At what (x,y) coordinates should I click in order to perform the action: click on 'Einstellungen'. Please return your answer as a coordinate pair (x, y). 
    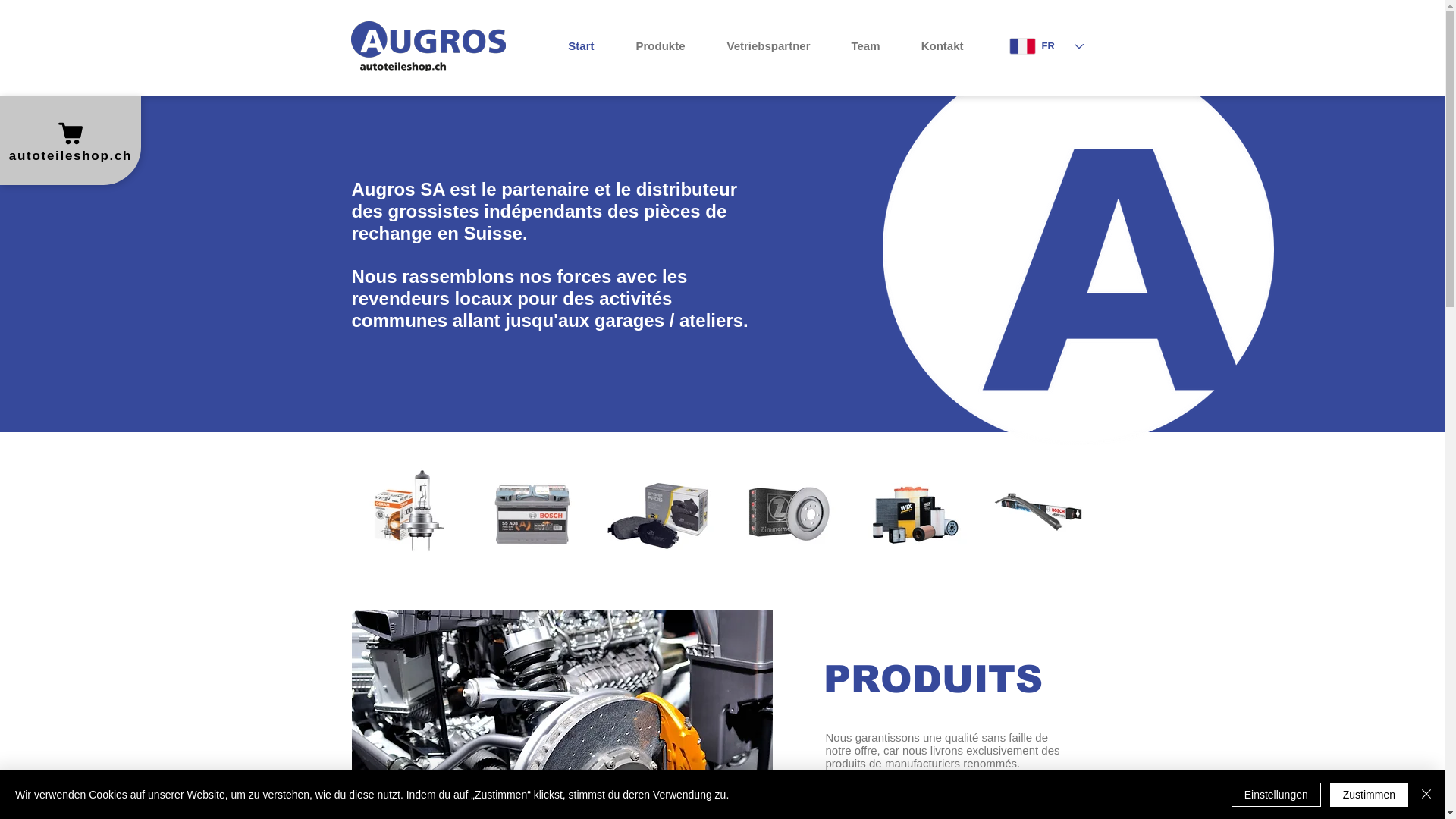
    Looking at the image, I should click on (1231, 794).